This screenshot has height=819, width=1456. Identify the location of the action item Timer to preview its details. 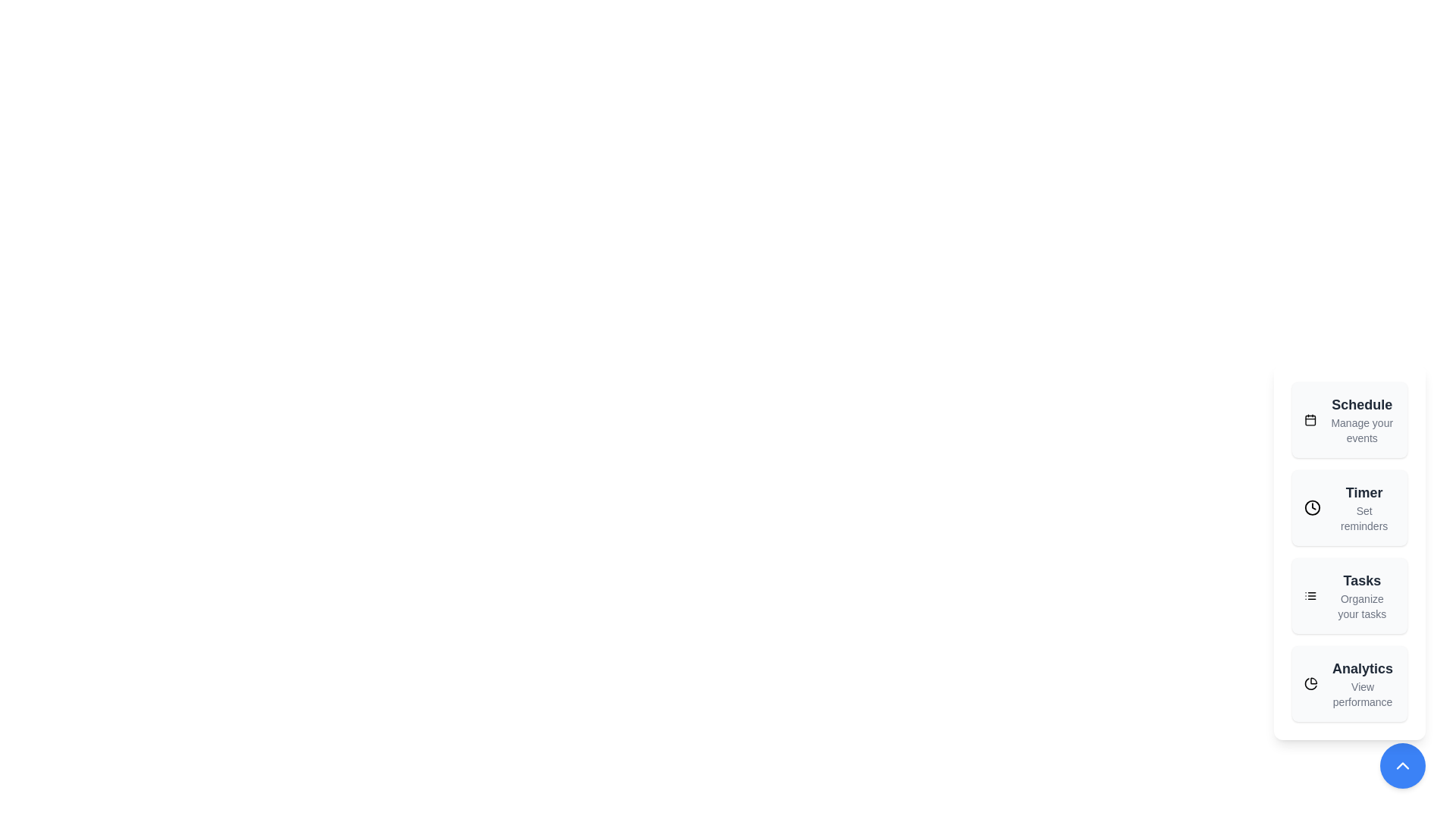
(1350, 508).